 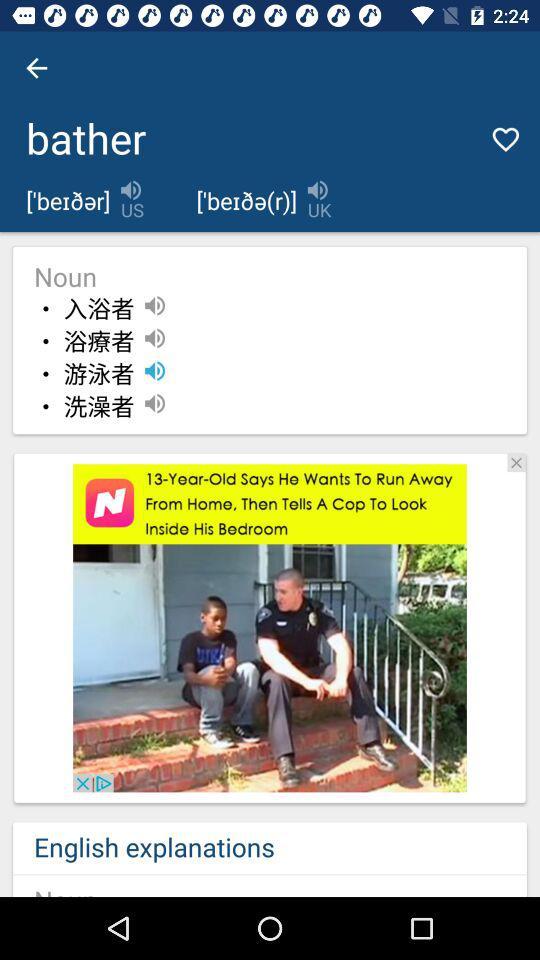 I want to click on advertisement, so click(x=516, y=462).